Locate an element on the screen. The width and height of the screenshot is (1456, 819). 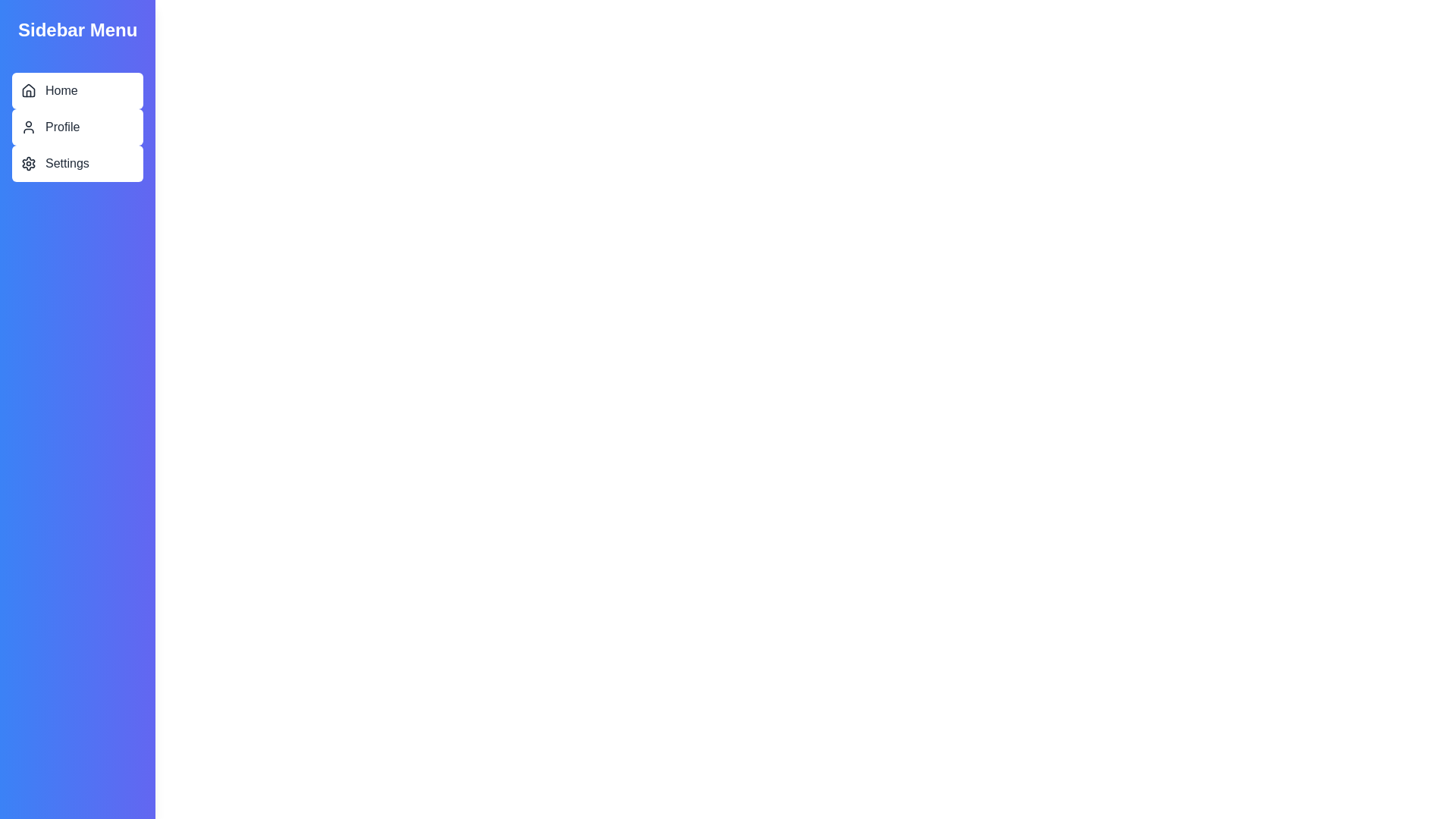
the gear icon within the 'Settings' button on the vertical sidebar menu is located at coordinates (29, 164).